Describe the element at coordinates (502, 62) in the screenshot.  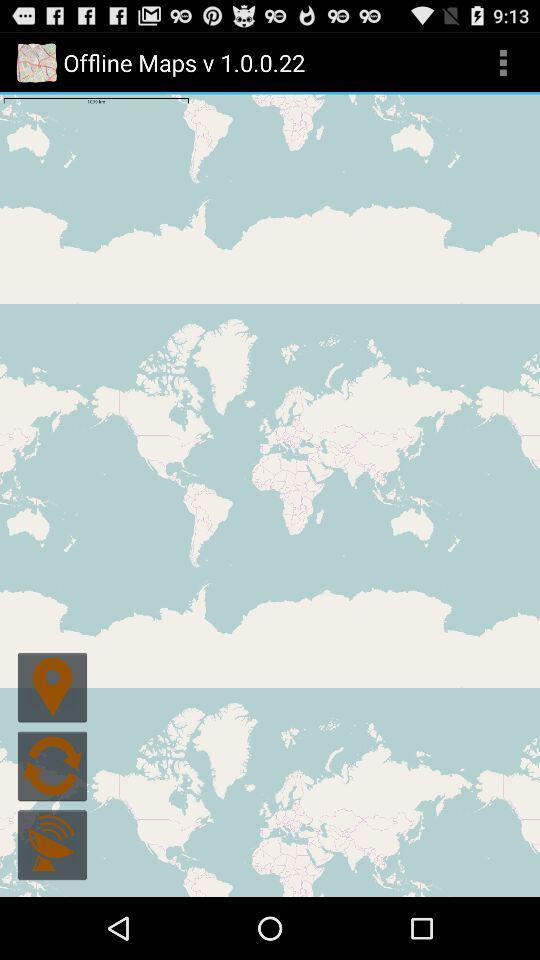
I see `icon at the top right corner` at that location.